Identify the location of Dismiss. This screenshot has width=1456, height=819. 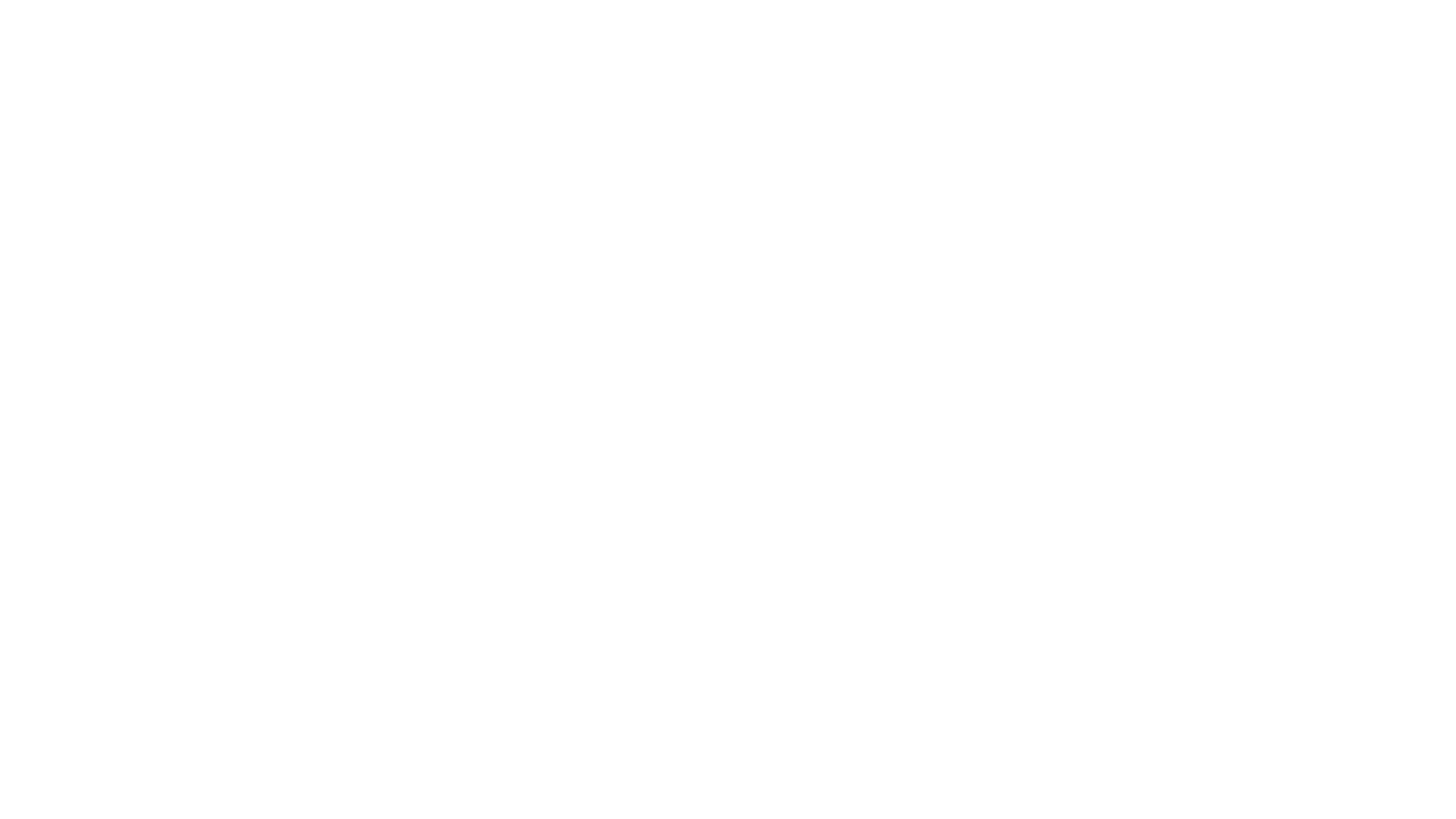
(397, 781).